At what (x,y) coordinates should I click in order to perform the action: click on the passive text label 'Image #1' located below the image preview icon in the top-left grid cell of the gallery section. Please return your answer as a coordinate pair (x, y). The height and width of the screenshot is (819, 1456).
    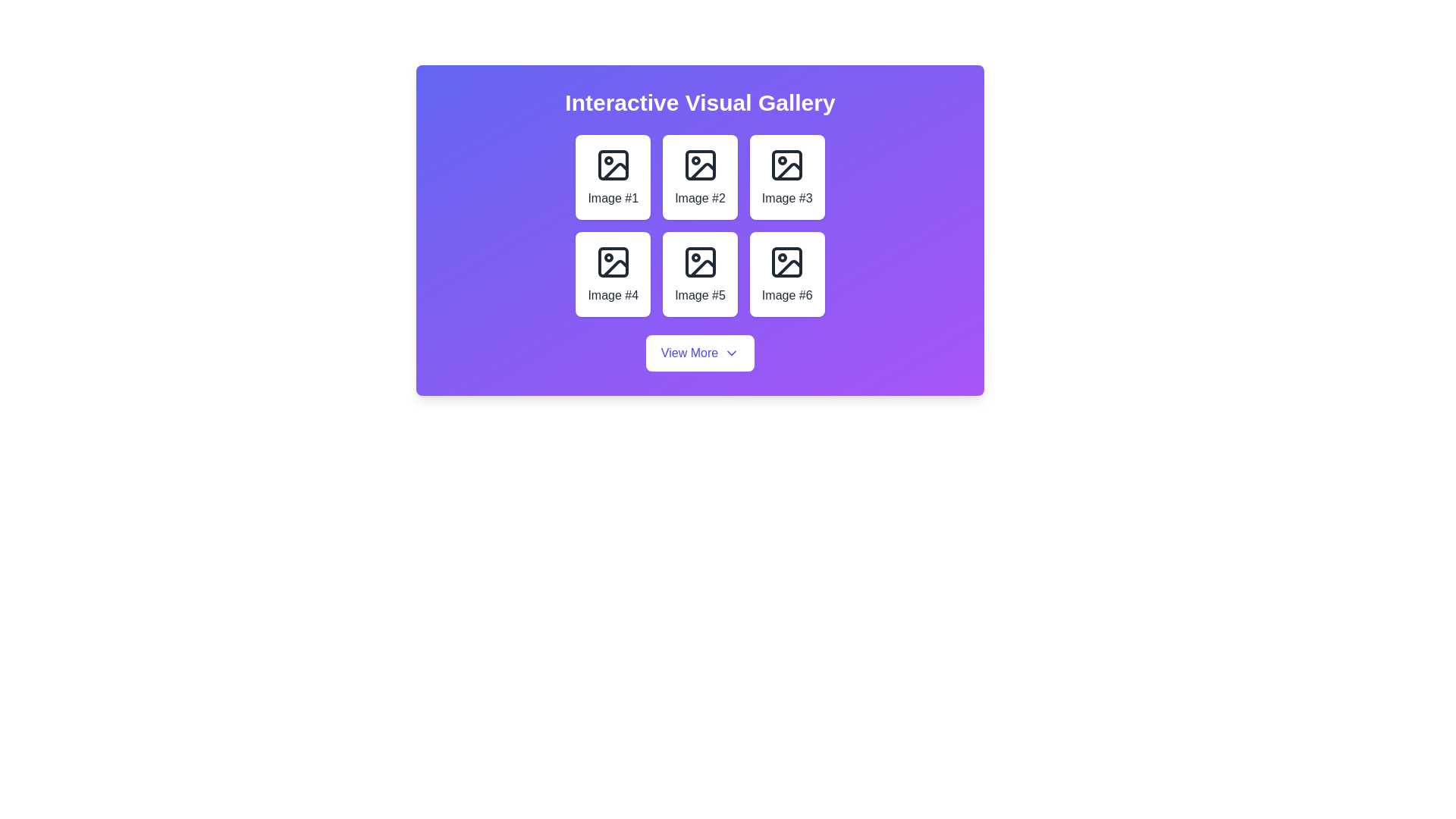
    Looking at the image, I should click on (613, 198).